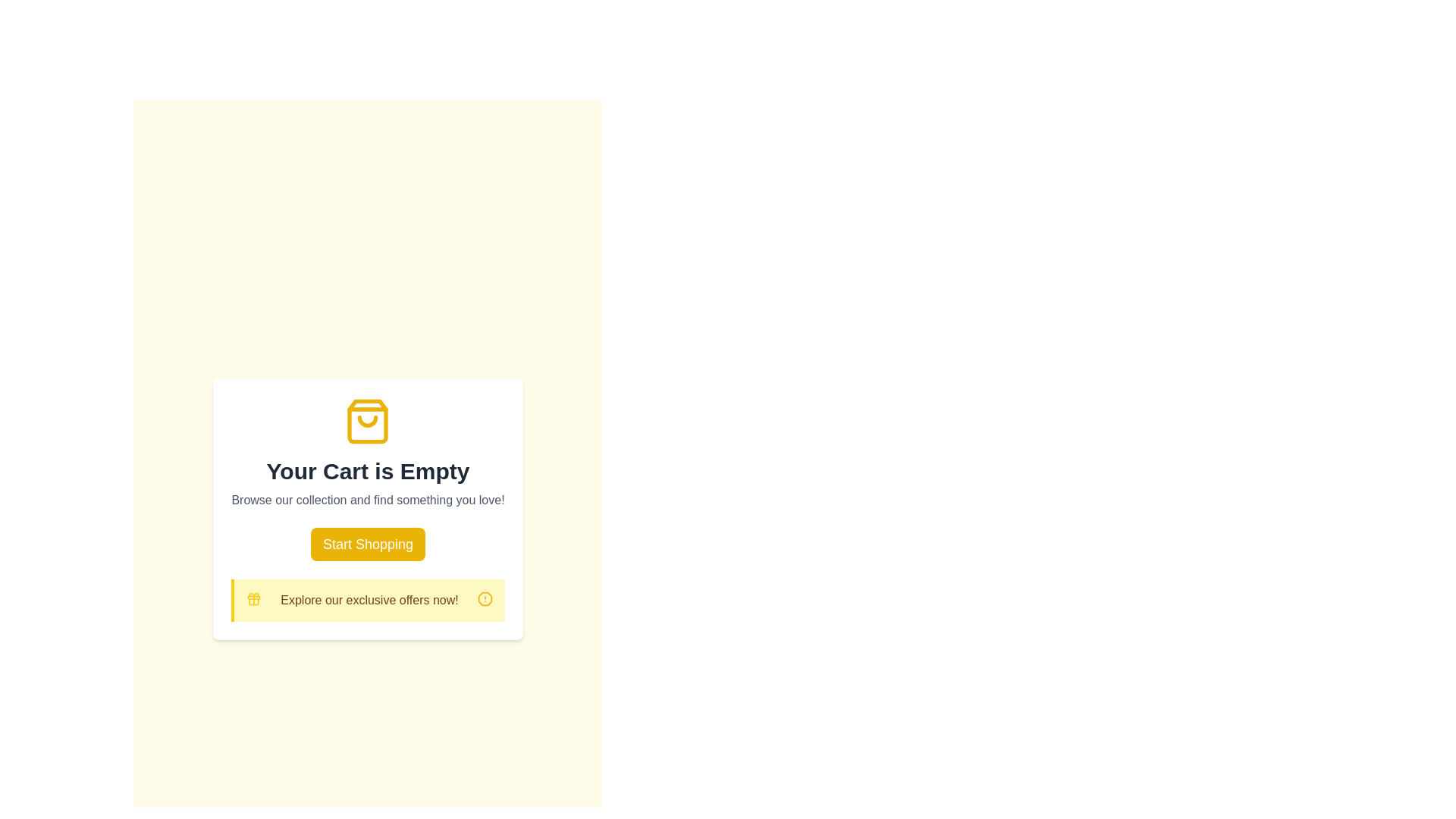  Describe the element at coordinates (484, 598) in the screenshot. I see `the octagonal warning icon with a gold-yellow outline located at the far right of the bottom yellow bar, next` at that location.